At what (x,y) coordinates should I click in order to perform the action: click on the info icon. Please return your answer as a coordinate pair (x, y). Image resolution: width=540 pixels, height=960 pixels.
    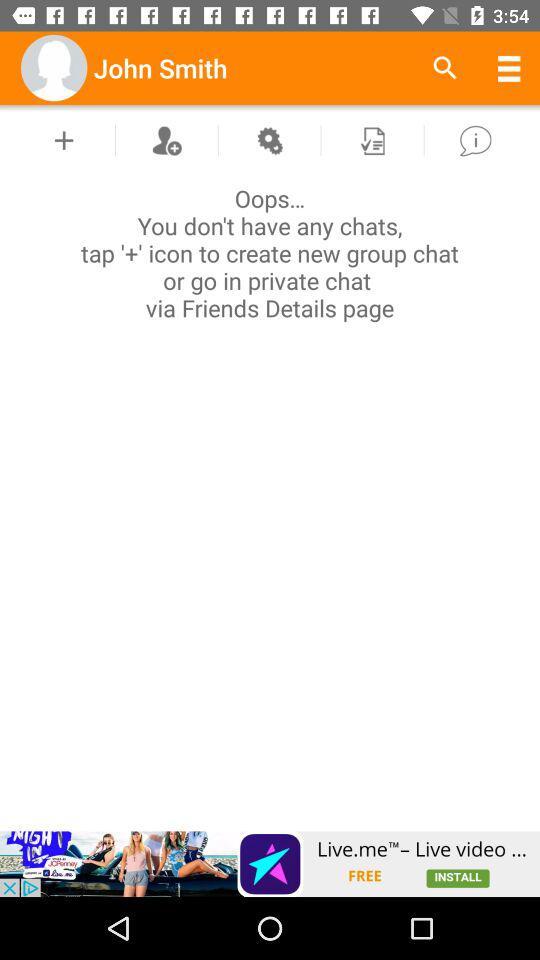
    Looking at the image, I should click on (474, 139).